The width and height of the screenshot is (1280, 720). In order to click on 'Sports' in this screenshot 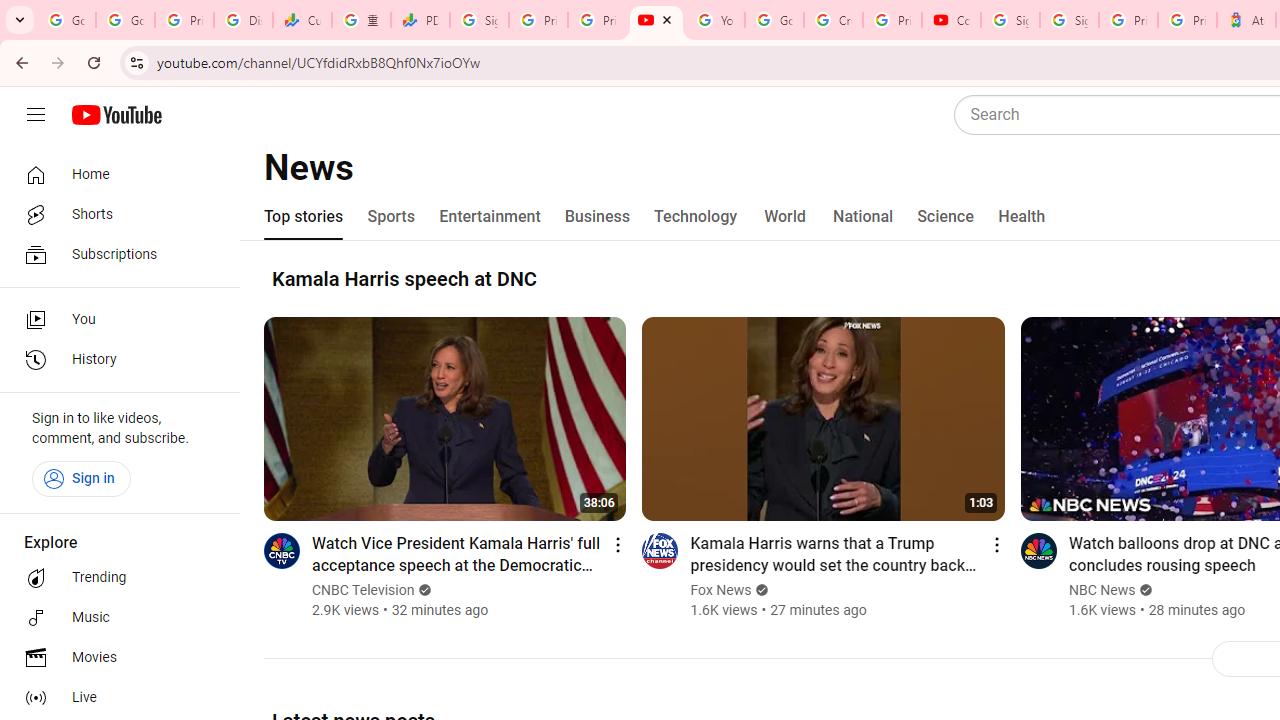, I will do `click(391, 217)`.